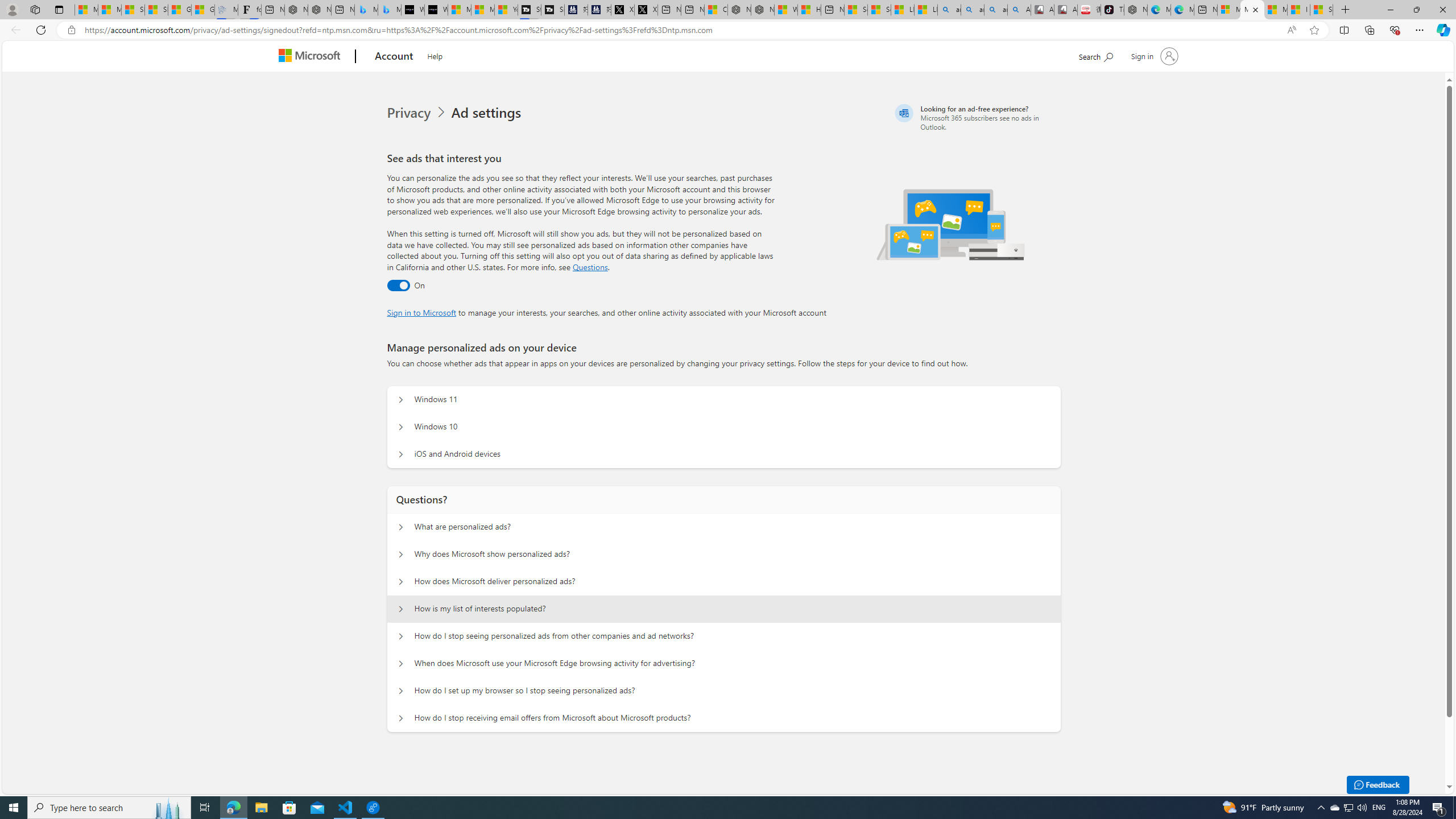 The image size is (1456, 819). What do you see at coordinates (1111, 9) in the screenshot?
I see `'TikTok'` at bounding box center [1111, 9].